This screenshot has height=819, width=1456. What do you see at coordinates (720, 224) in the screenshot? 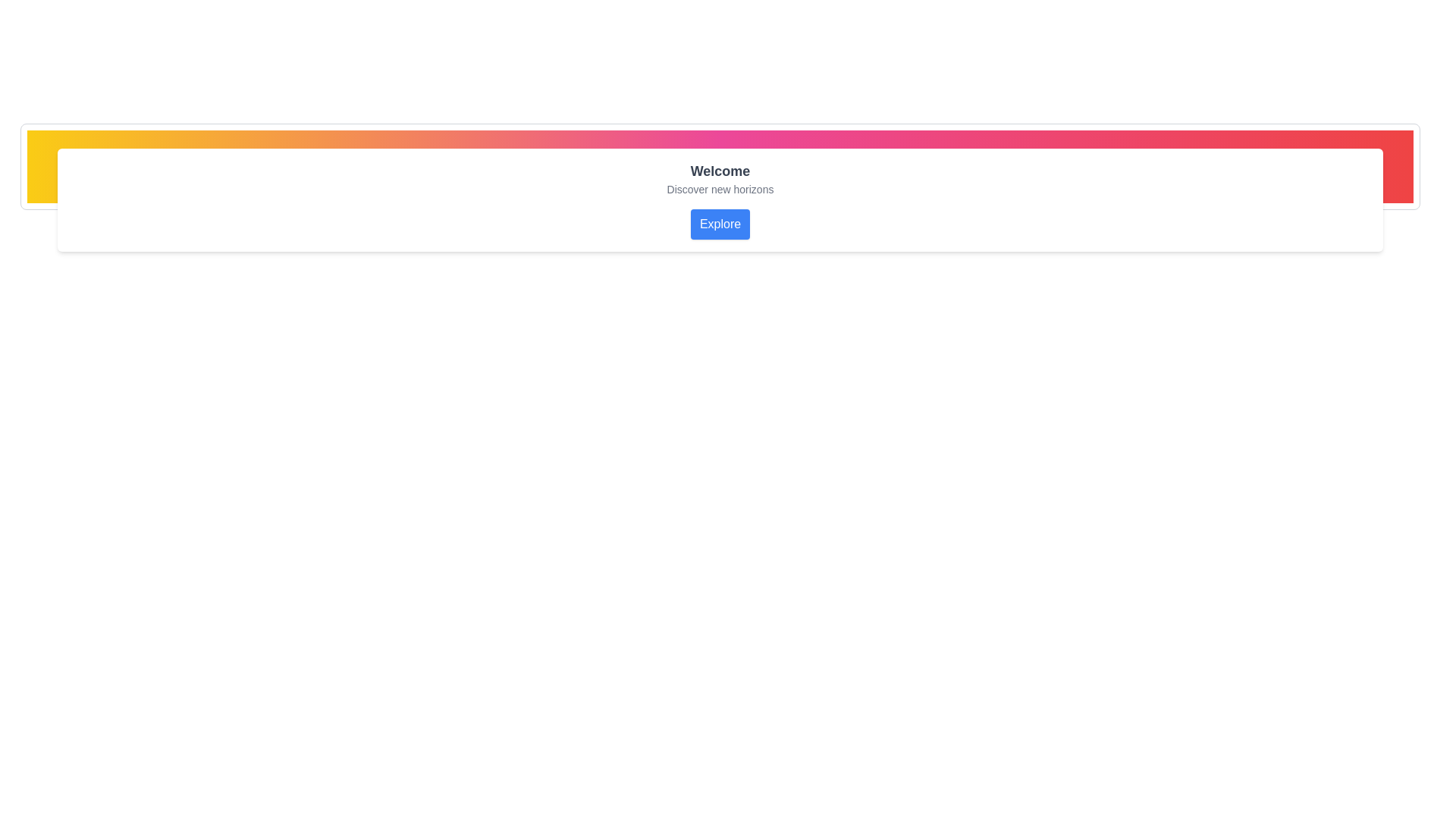
I see `the 'Explore' button, which has a rectangular shape with rounded corners, a blue background, and white text, located below the 'Discover new horizons' text` at bounding box center [720, 224].